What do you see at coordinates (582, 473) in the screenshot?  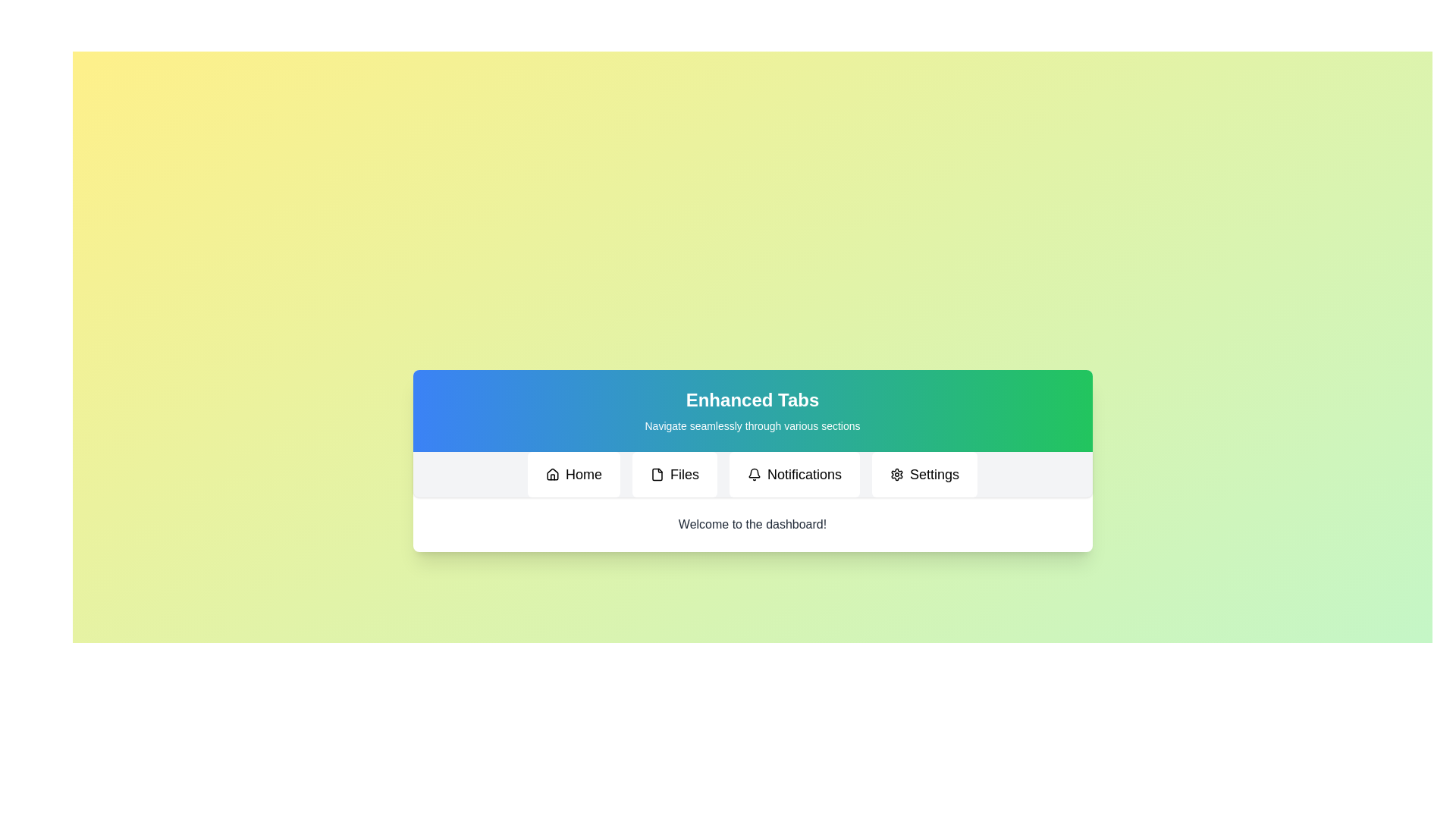 I see `the 'Home' static text label in the leftmost tab of the tabbed navigation menu, which is positioned to the right of the house-shaped icon` at bounding box center [582, 473].